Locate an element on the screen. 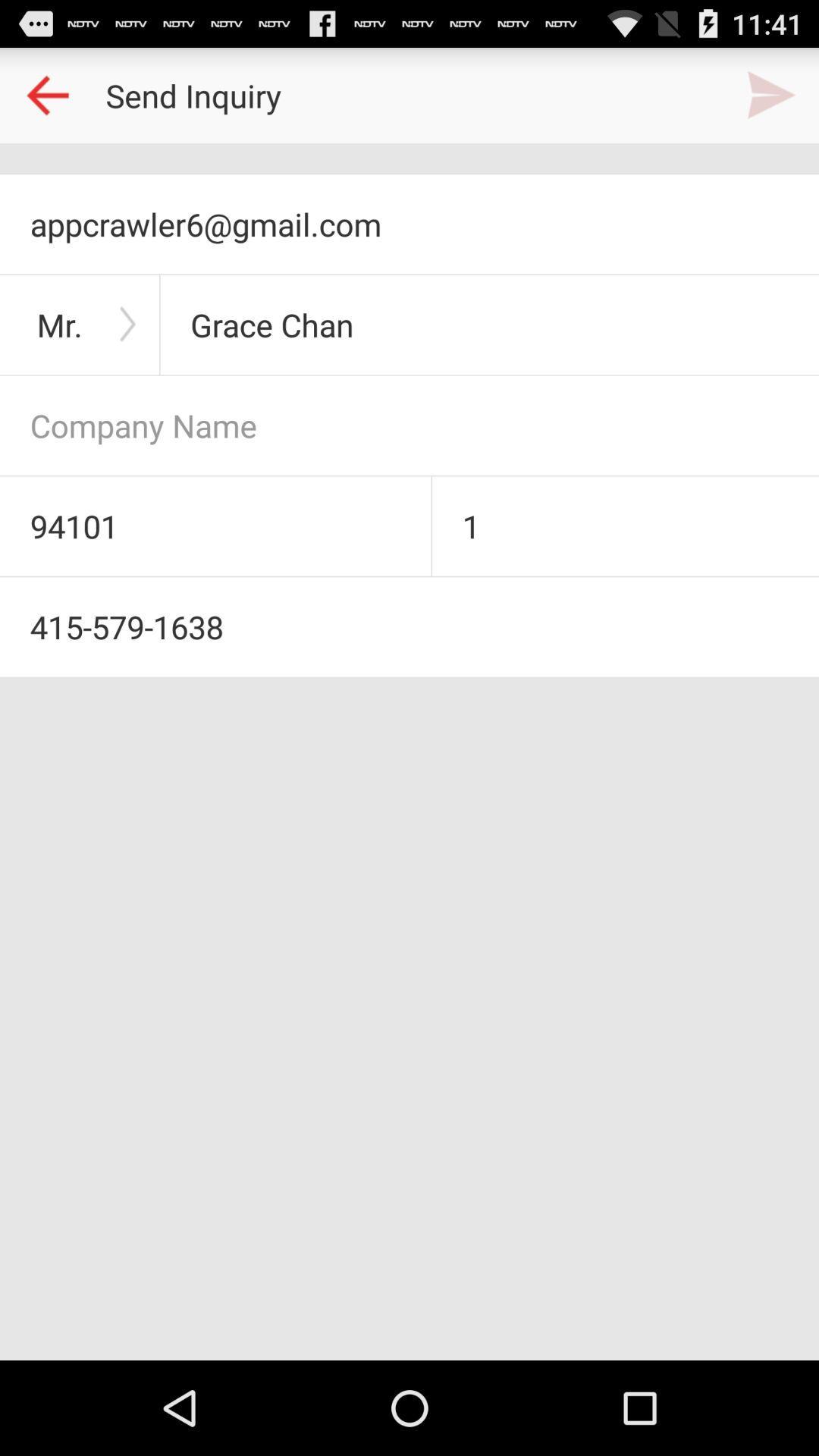  type your company name is located at coordinates (409, 425).